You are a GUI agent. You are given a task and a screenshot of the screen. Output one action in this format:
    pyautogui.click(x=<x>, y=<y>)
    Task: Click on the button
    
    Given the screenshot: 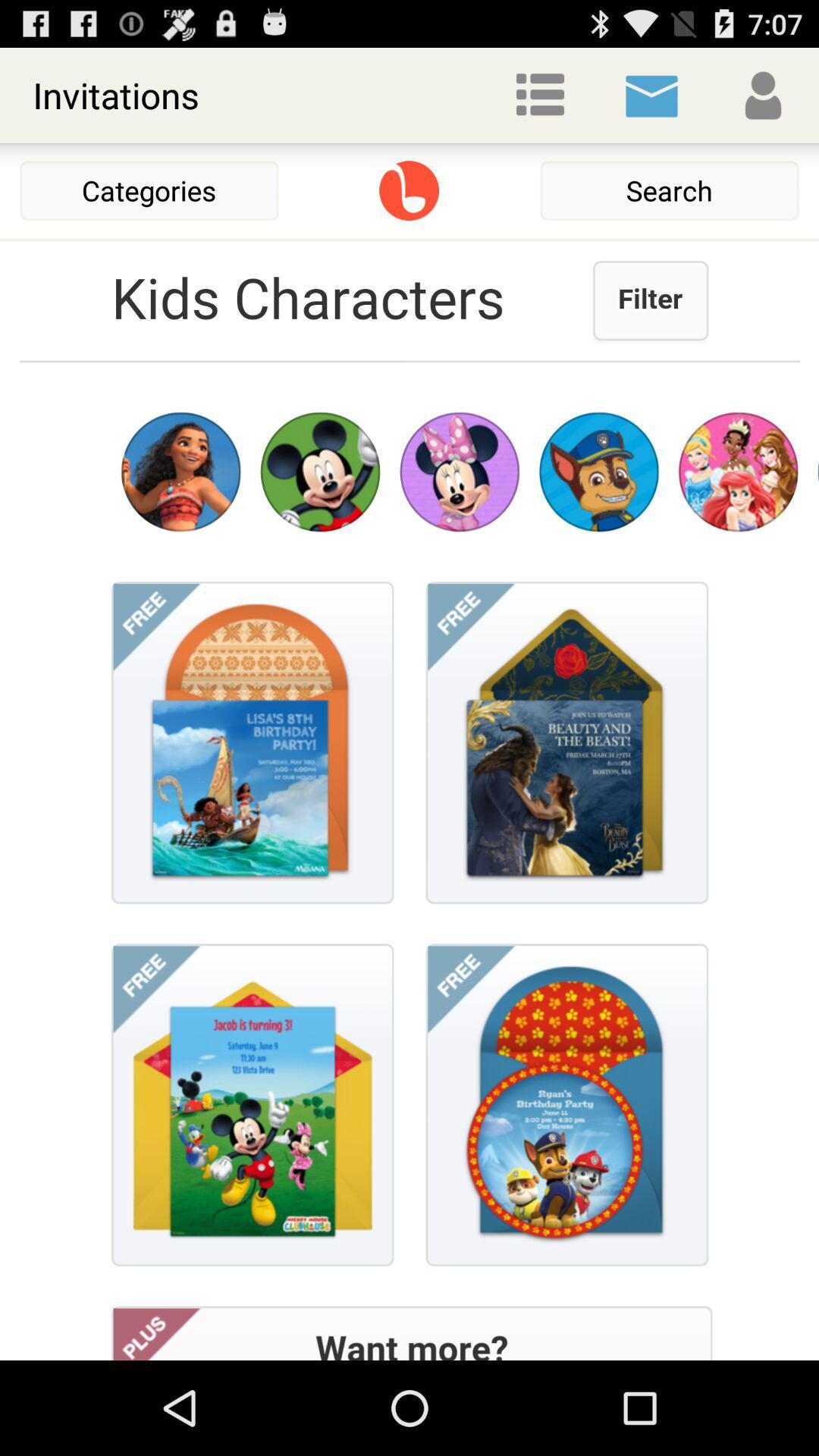 What is the action you would take?
    pyautogui.click(x=408, y=190)
    